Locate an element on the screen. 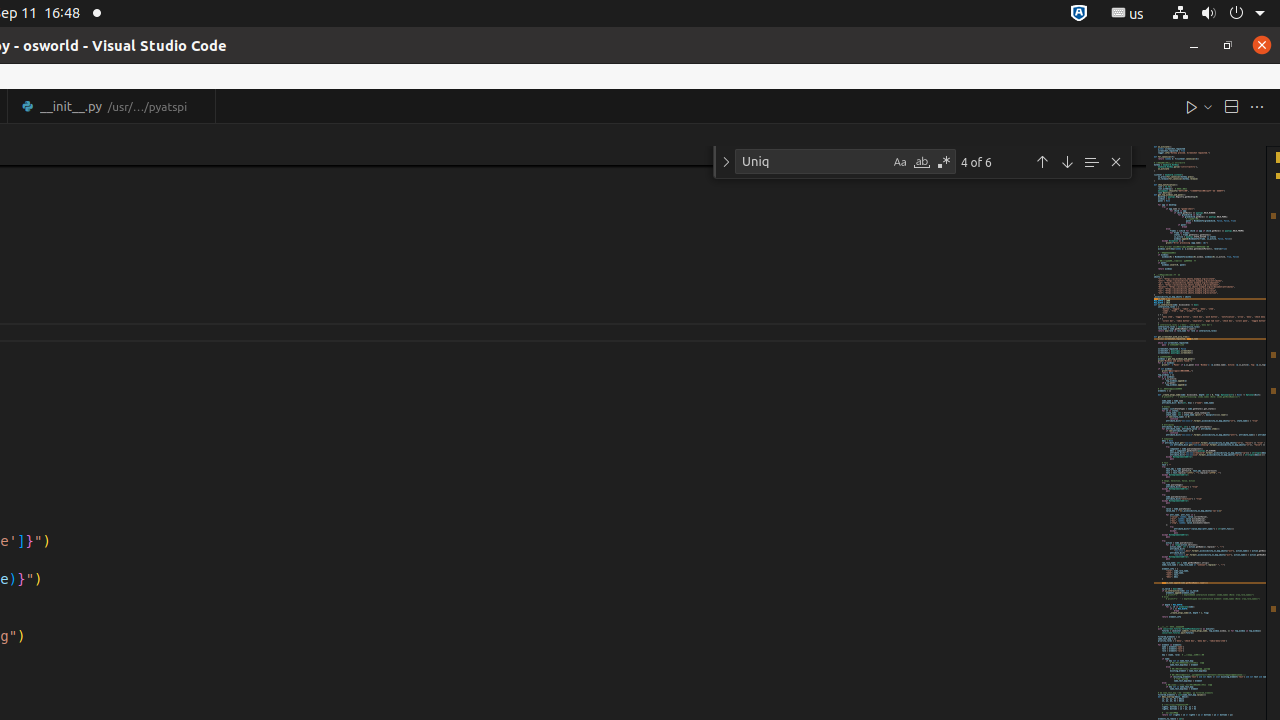 This screenshot has width=1280, height=720. 'Toggle Replace' is located at coordinates (725, 161).